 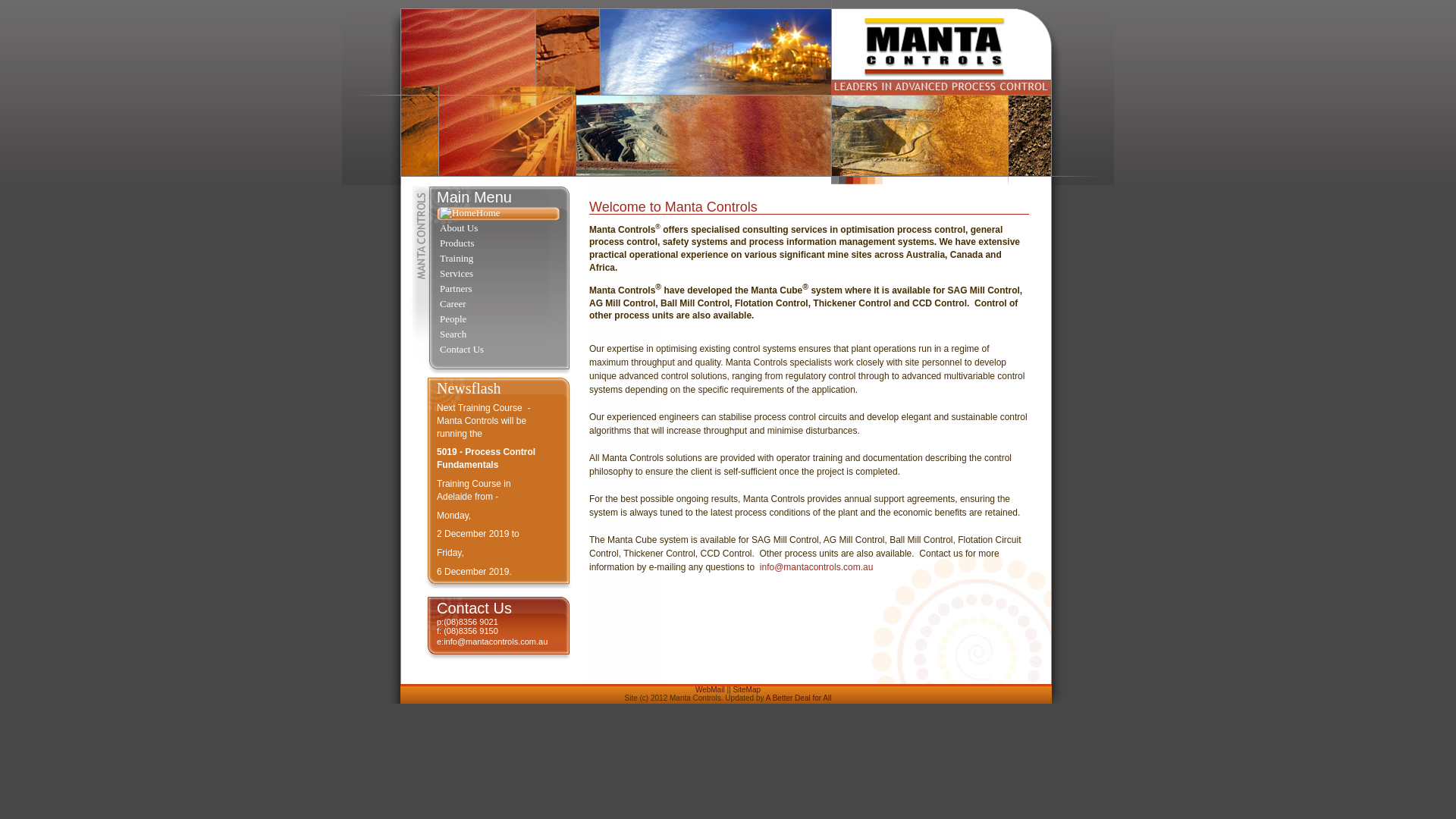 What do you see at coordinates (498, 334) in the screenshot?
I see `'Search'` at bounding box center [498, 334].